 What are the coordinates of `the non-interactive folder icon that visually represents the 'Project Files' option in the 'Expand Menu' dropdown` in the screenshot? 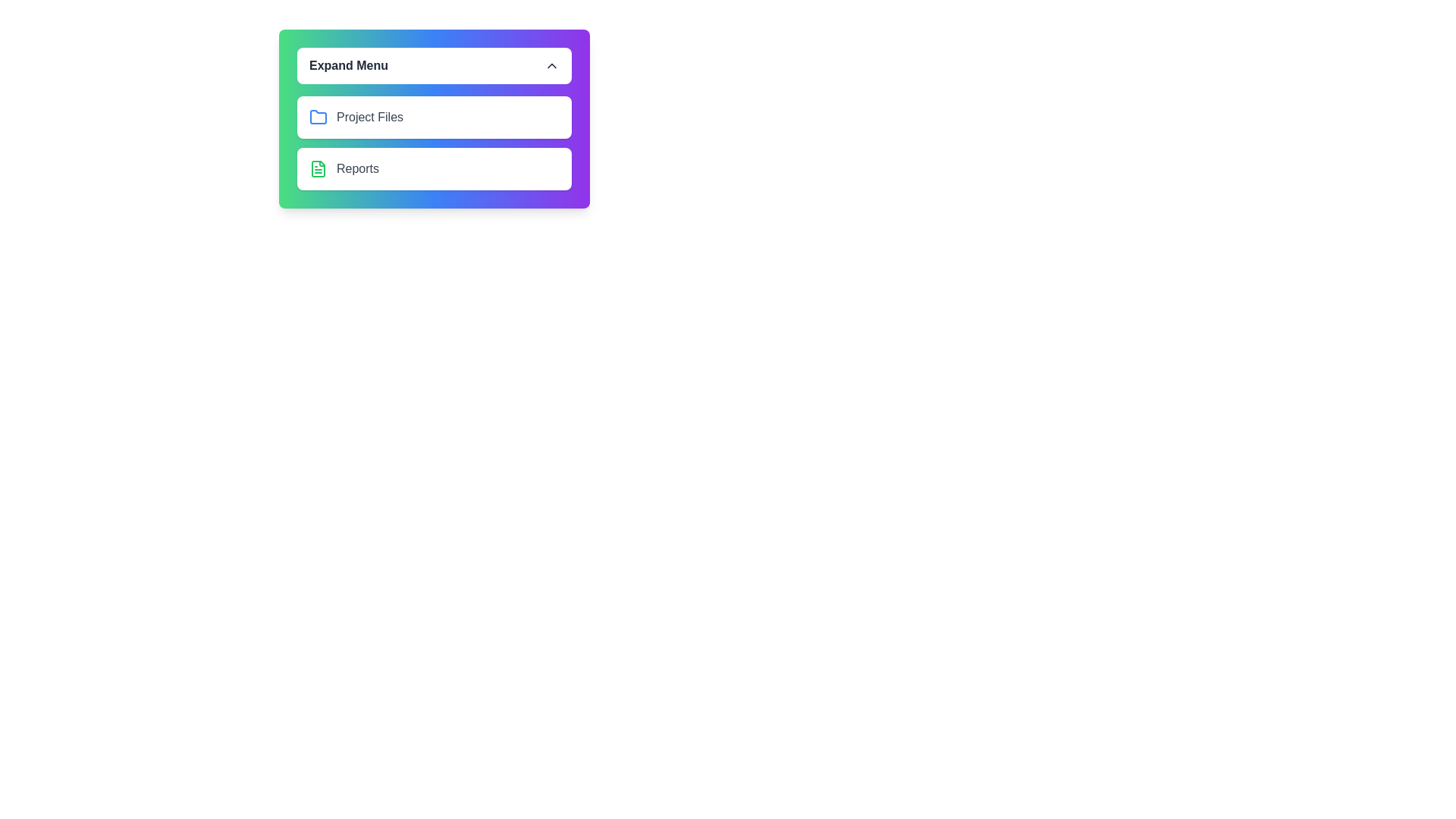 It's located at (318, 116).